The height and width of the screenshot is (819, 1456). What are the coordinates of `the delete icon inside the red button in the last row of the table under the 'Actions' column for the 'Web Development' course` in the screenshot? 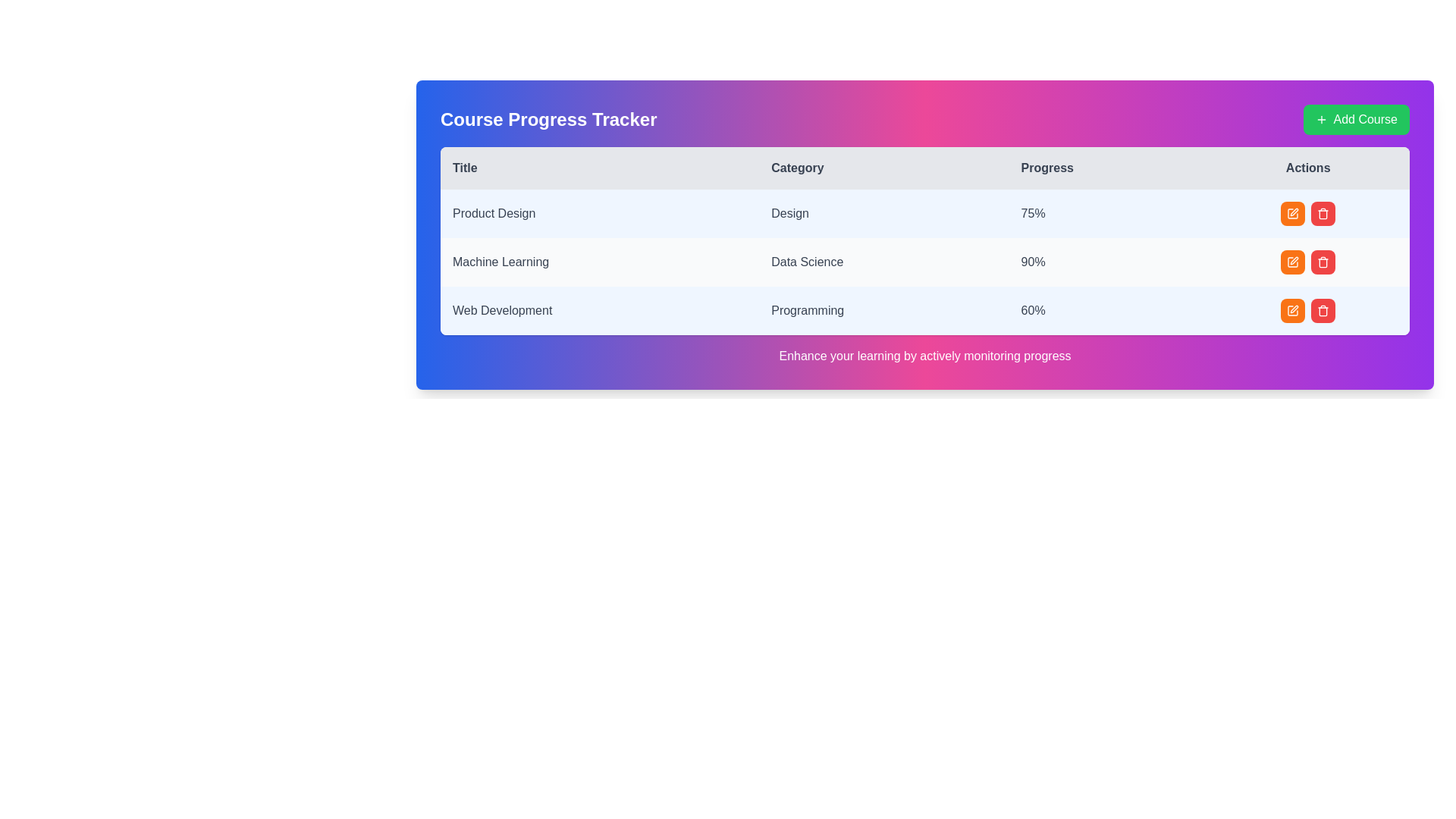 It's located at (1323, 262).